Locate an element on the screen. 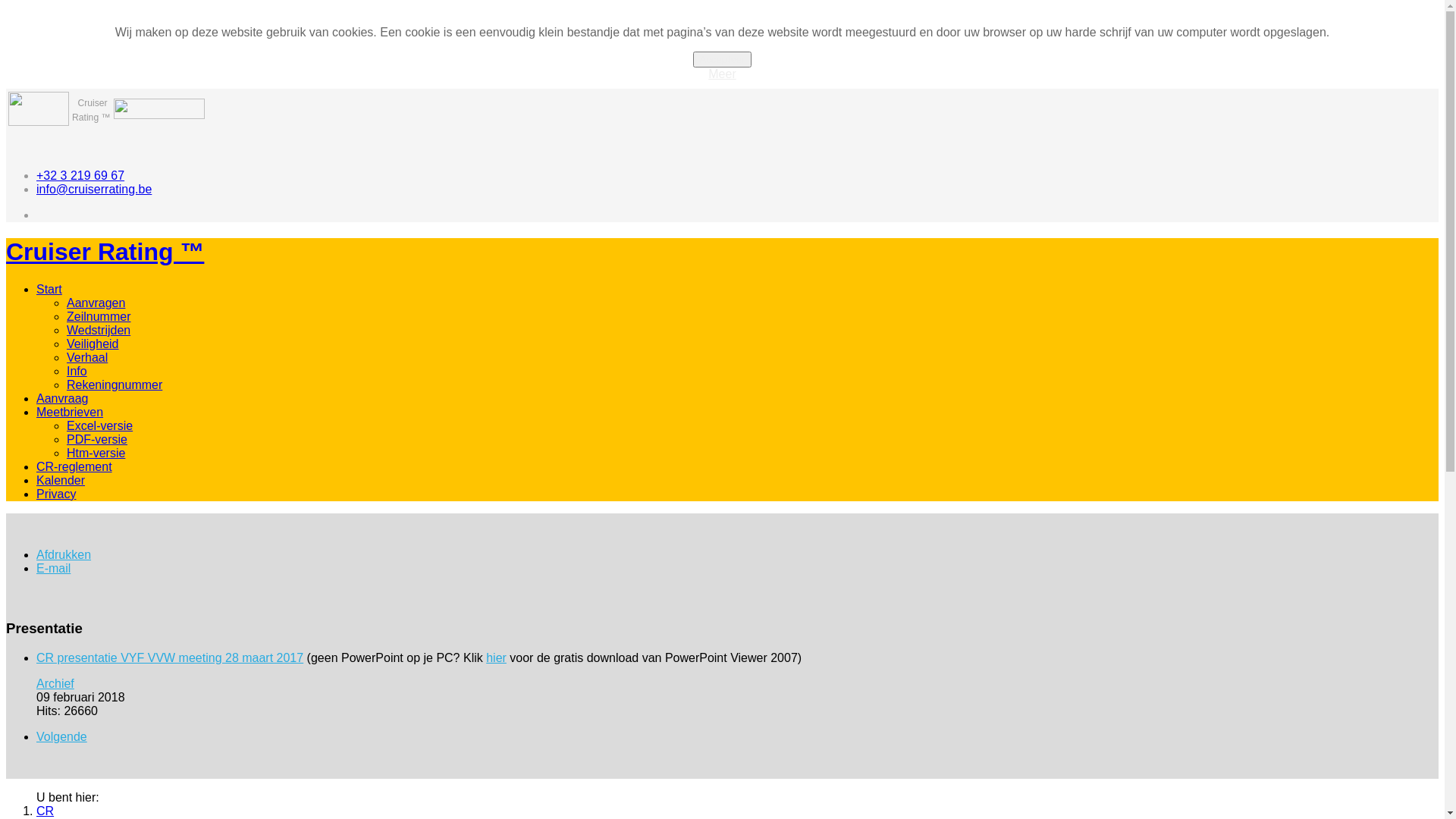 This screenshot has height=819, width=1456. 'Zeilnummer' is located at coordinates (97, 315).